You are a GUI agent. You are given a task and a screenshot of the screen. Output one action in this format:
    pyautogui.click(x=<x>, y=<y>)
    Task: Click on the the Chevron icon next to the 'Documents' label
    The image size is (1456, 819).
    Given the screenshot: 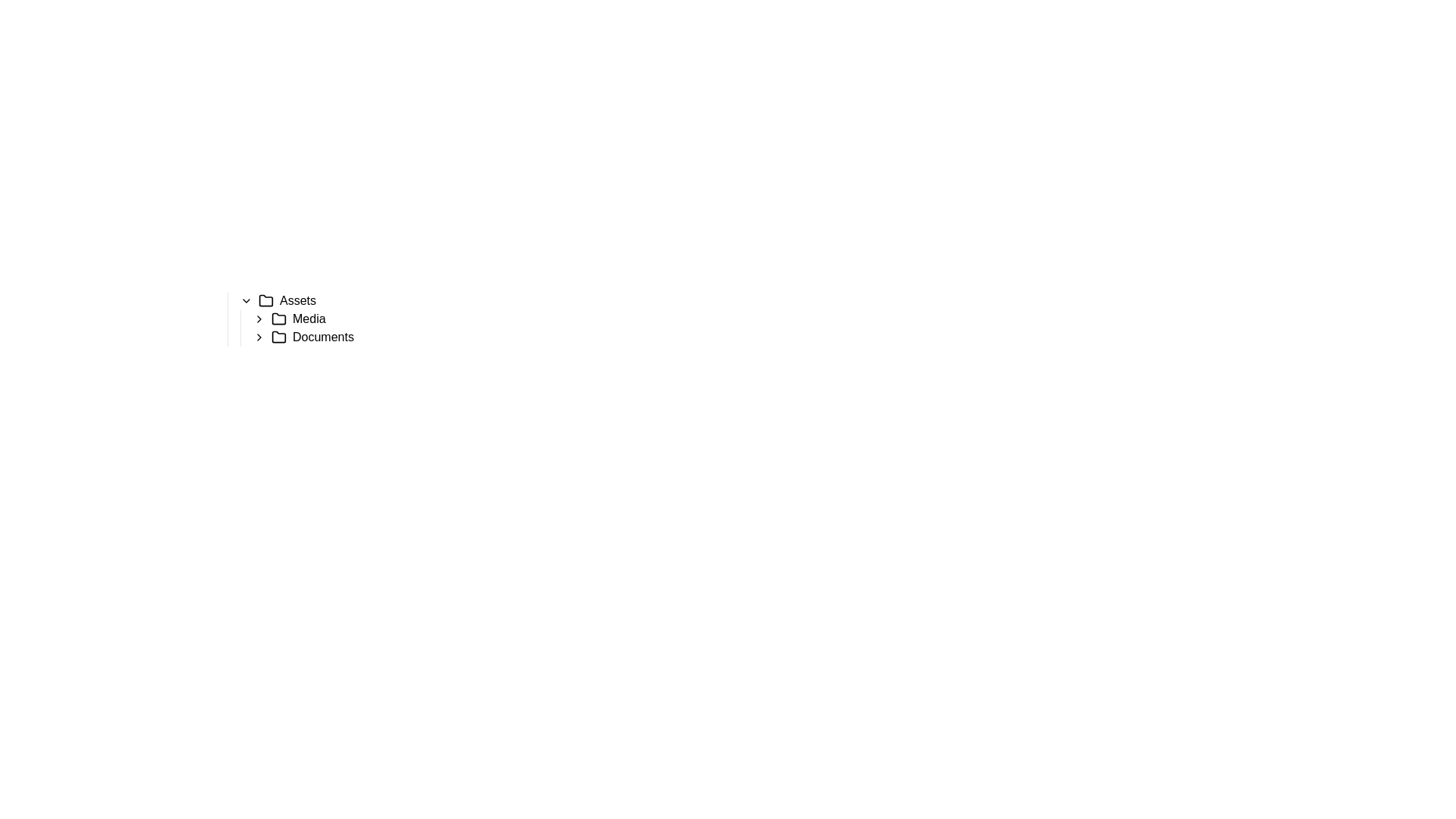 What is the action you would take?
    pyautogui.click(x=259, y=336)
    